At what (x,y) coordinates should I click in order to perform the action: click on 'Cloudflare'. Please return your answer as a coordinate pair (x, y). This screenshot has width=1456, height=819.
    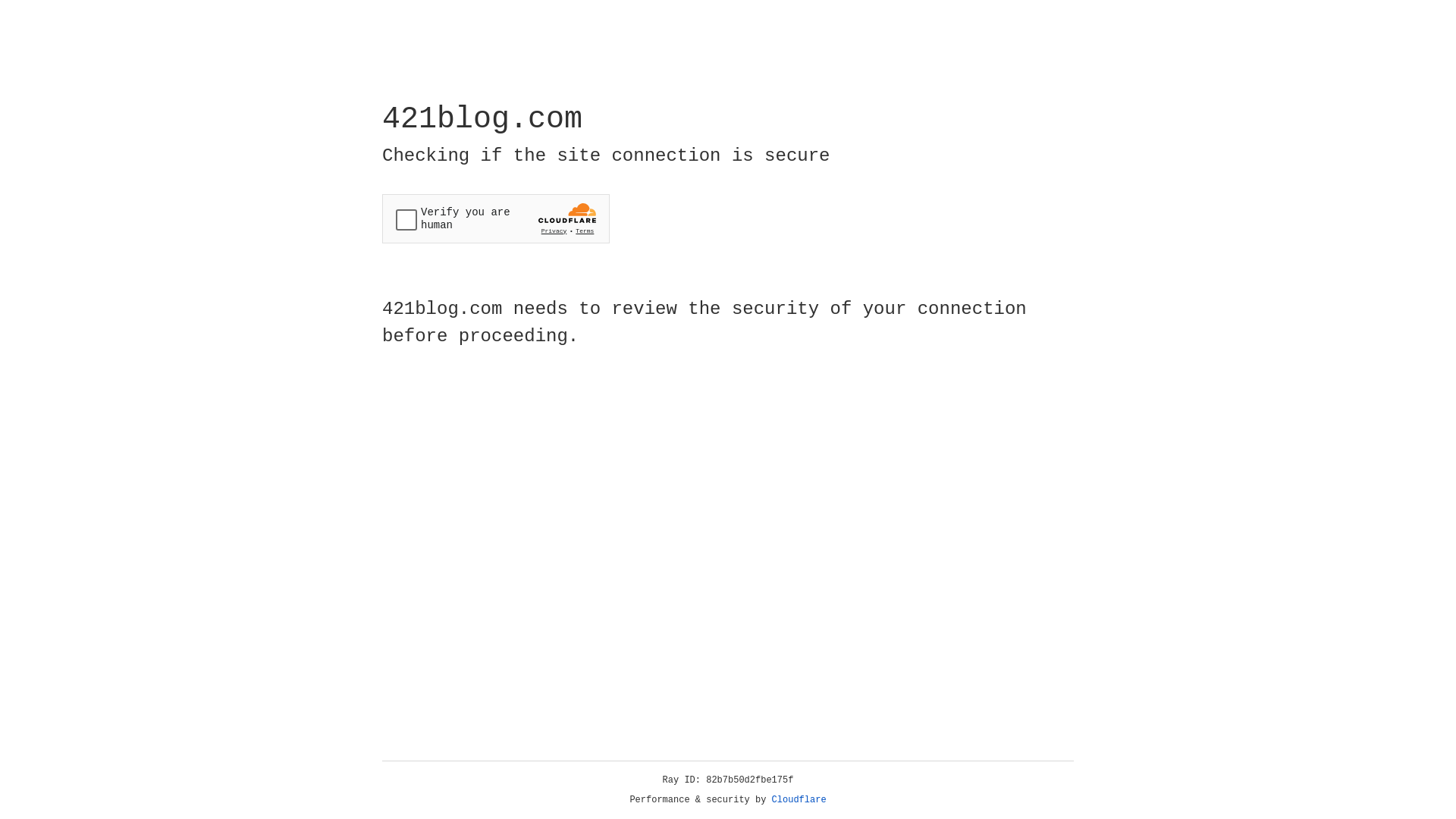
    Looking at the image, I should click on (799, 799).